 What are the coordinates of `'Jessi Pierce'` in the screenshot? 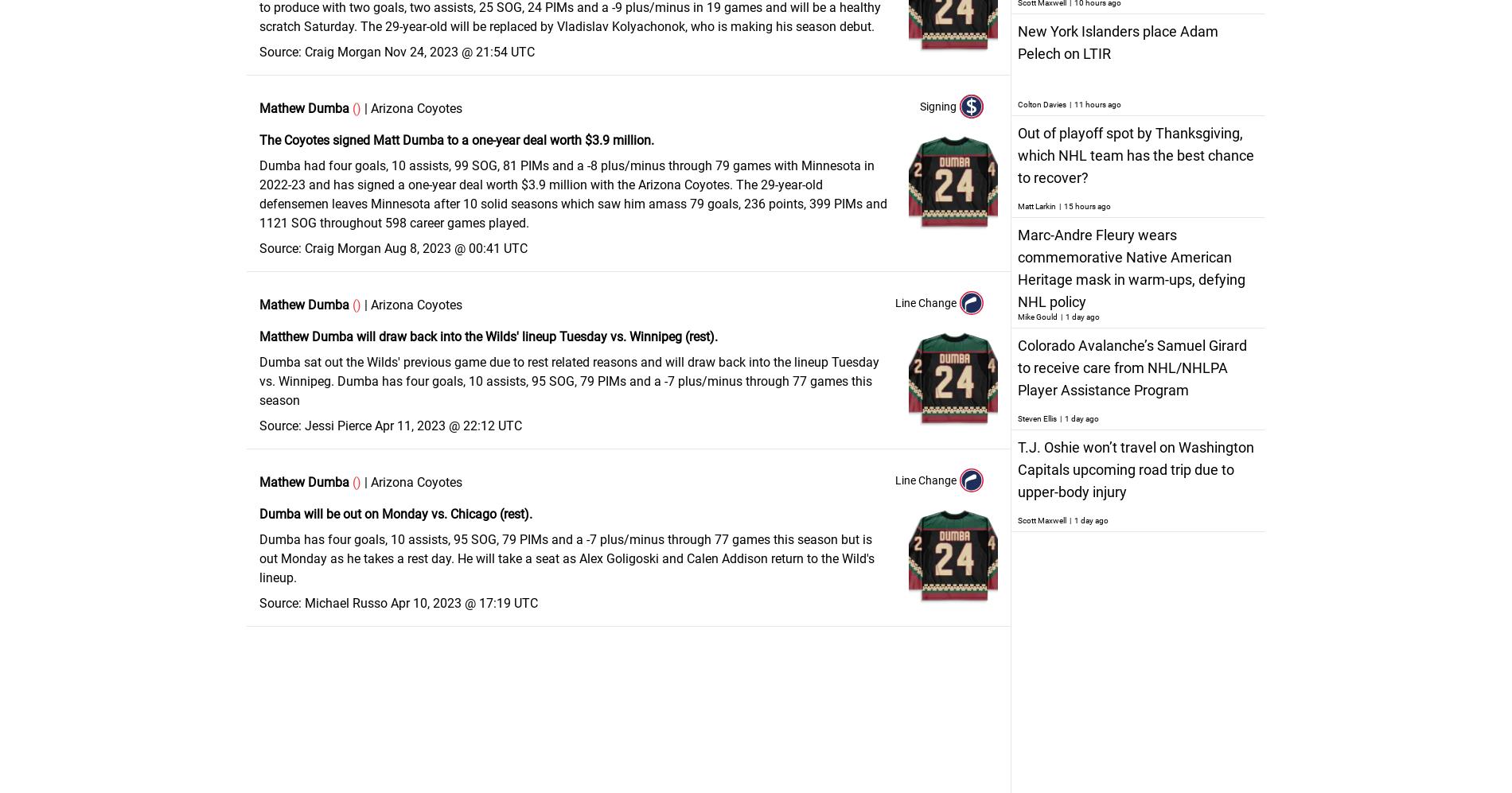 It's located at (337, 425).